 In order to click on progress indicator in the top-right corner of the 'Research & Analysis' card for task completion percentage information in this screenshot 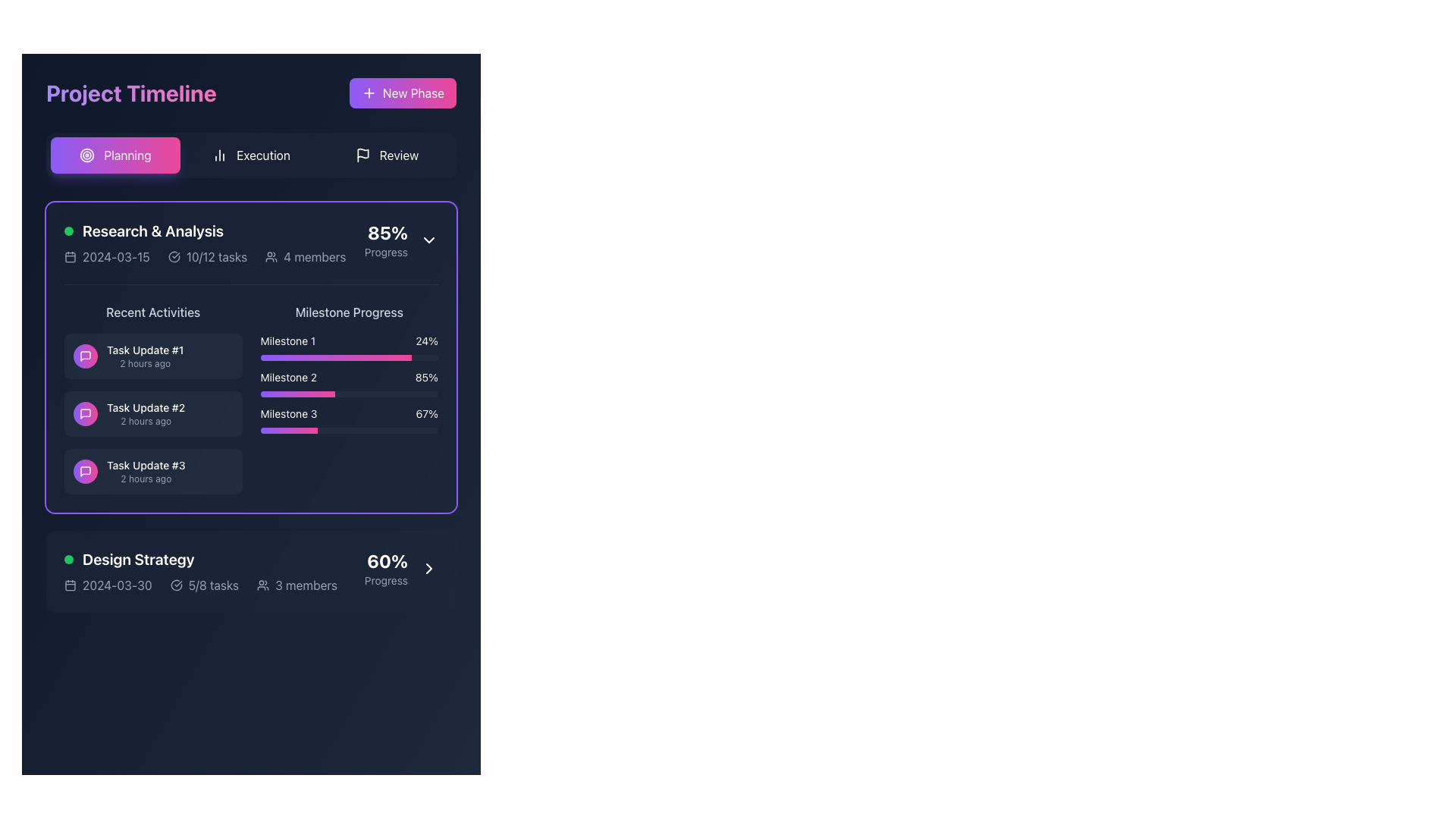, I will do `click(401, 239)`.